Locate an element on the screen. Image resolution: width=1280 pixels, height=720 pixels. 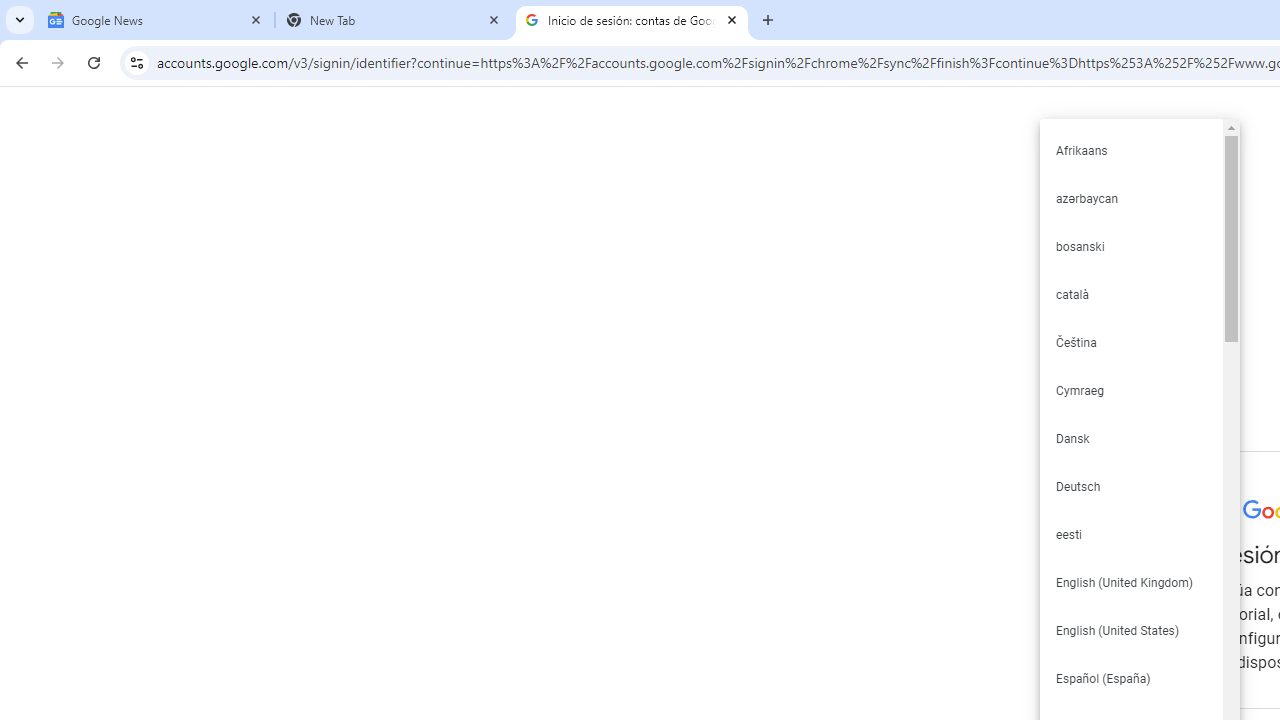
'Search tabs' is located at coordinates (20, 20).